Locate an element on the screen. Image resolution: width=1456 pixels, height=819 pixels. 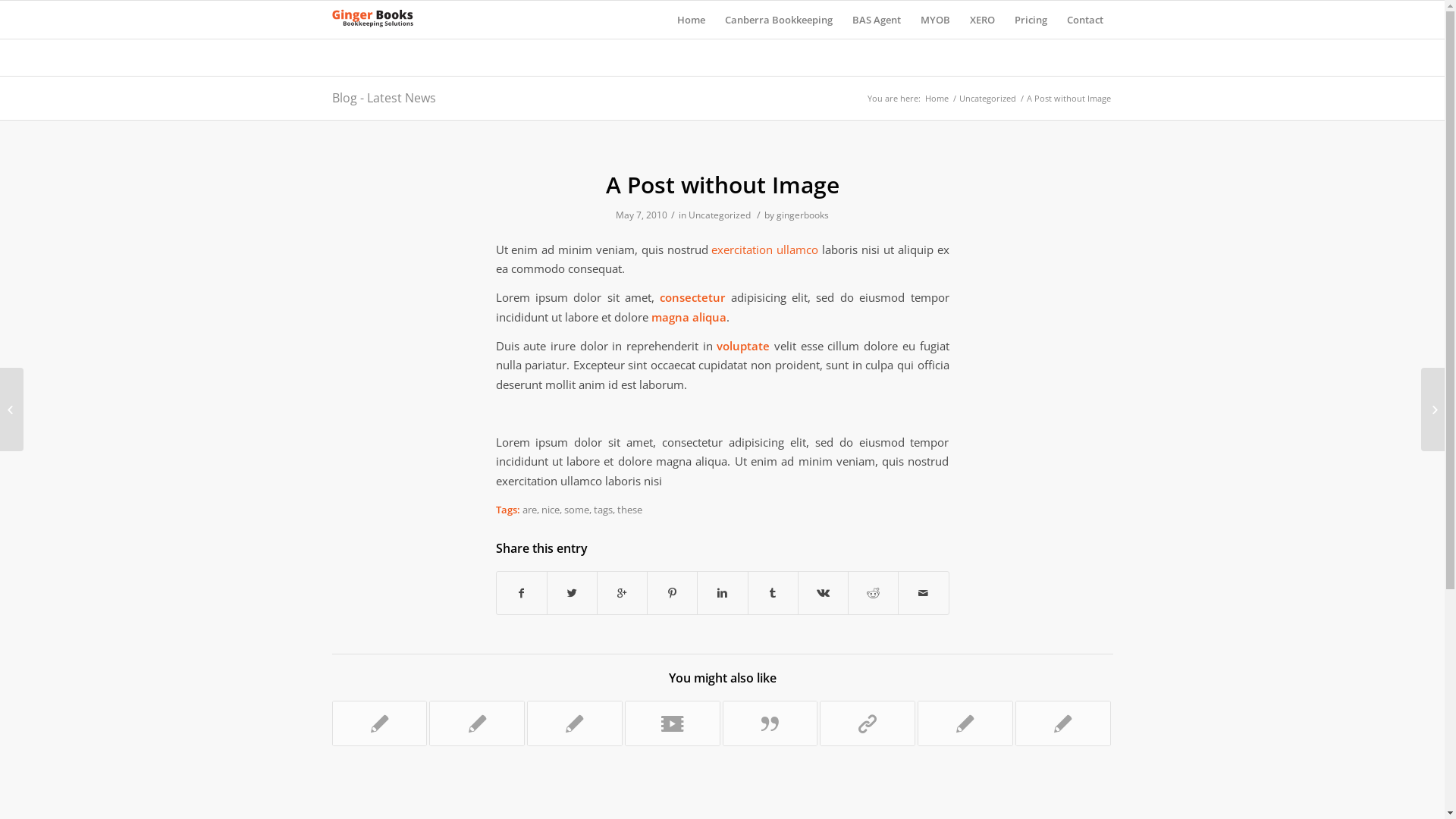
'nice' is located at coordinates (549, 509).